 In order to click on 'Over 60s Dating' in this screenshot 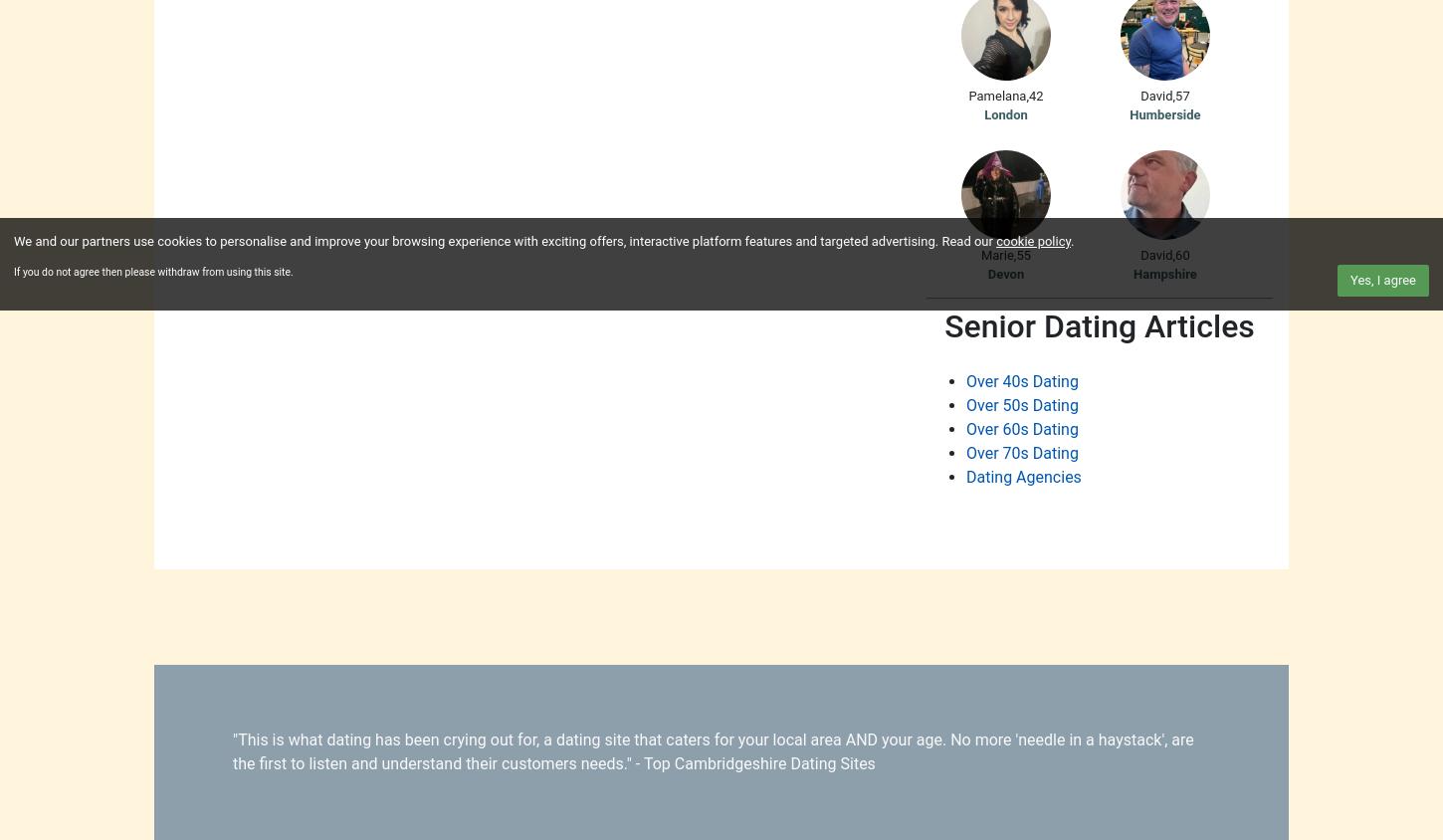, I will do `click(966, 427)`.